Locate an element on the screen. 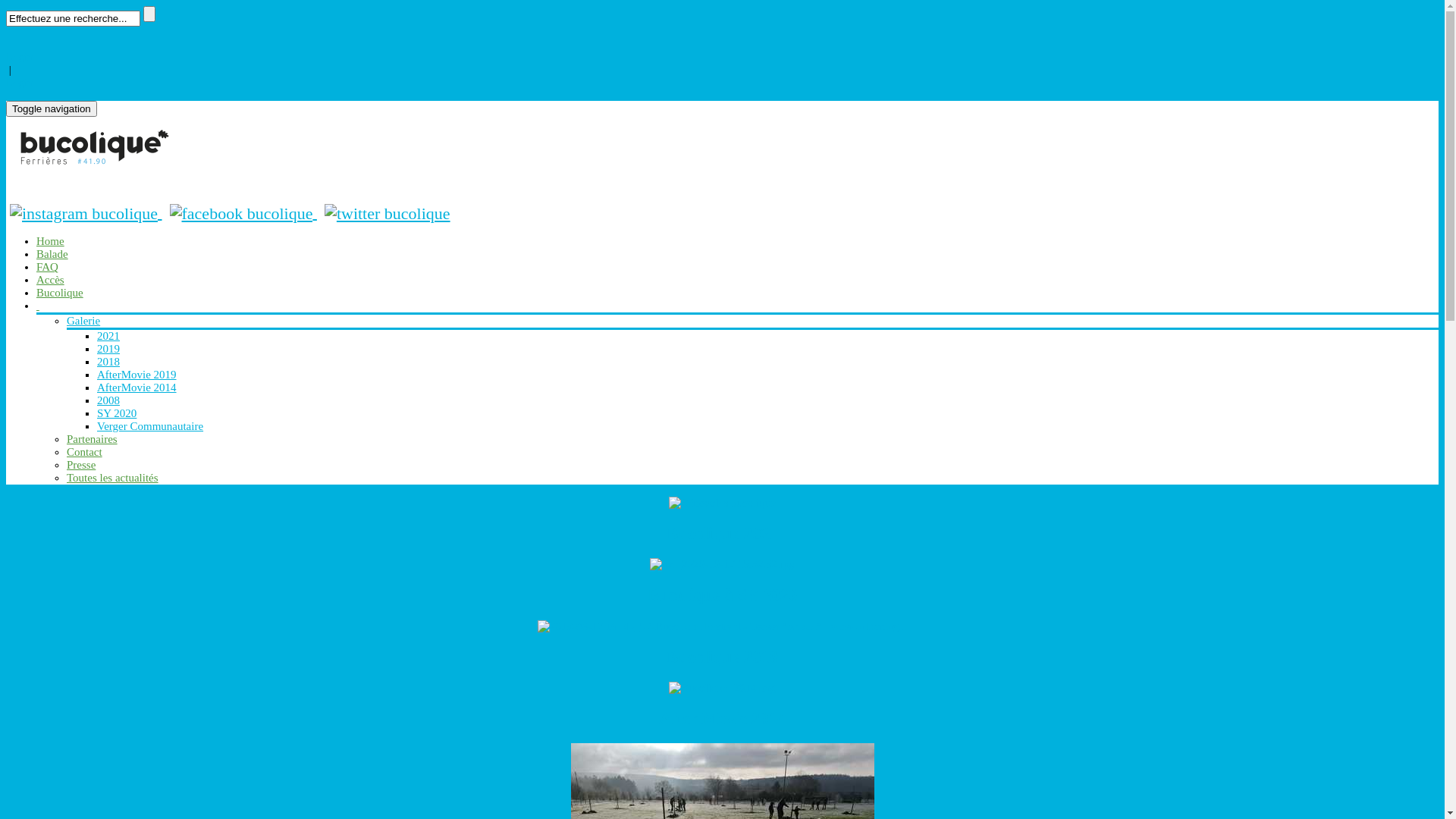 Image resolution: width=1456 pixels, height=819 pixels. 'AfterMovie 2014' is located at coordinates (668, 687).